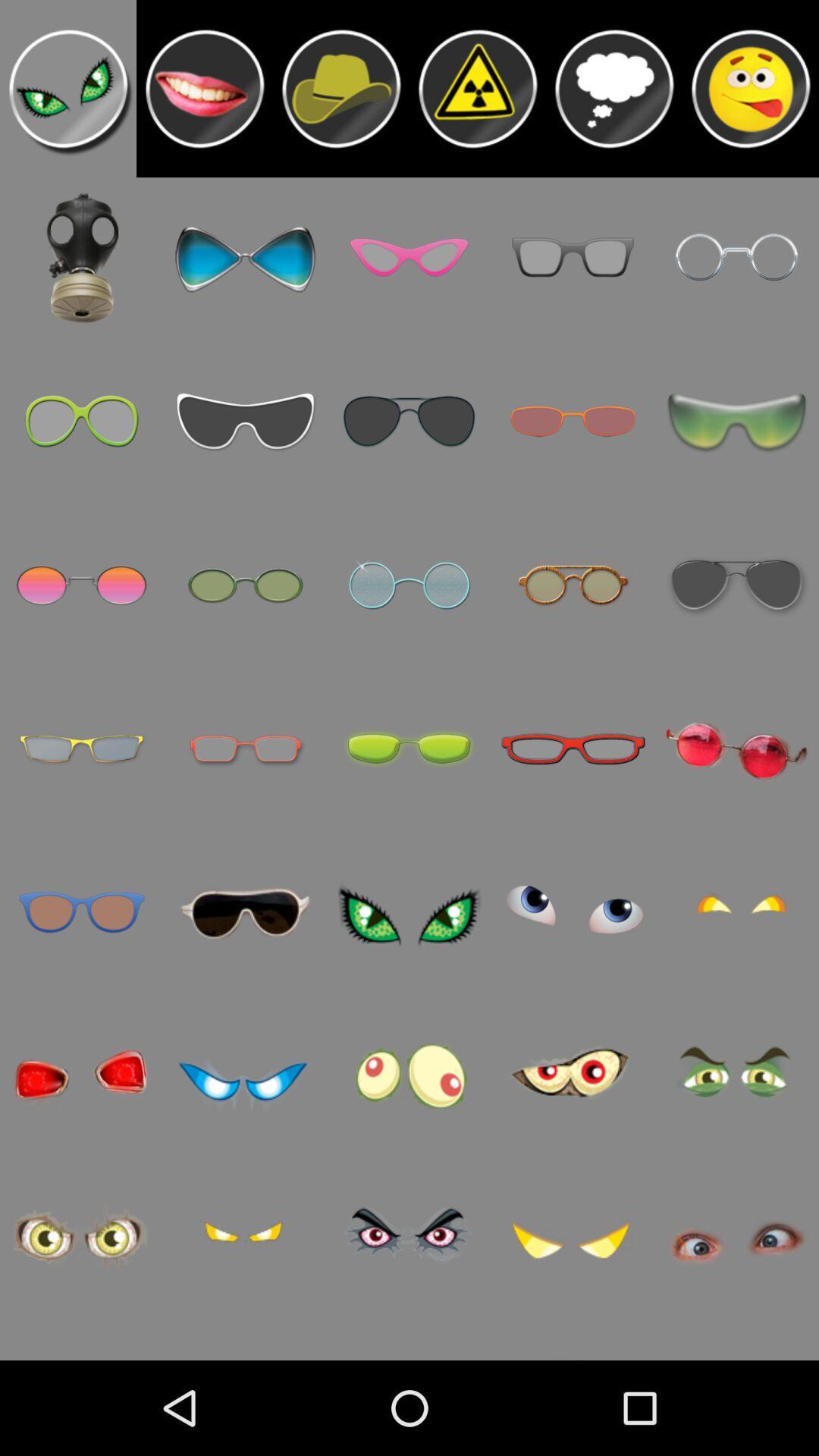 This screenshot has width=819, height=1456. I want to click on the minus icon, so click(205, 94).